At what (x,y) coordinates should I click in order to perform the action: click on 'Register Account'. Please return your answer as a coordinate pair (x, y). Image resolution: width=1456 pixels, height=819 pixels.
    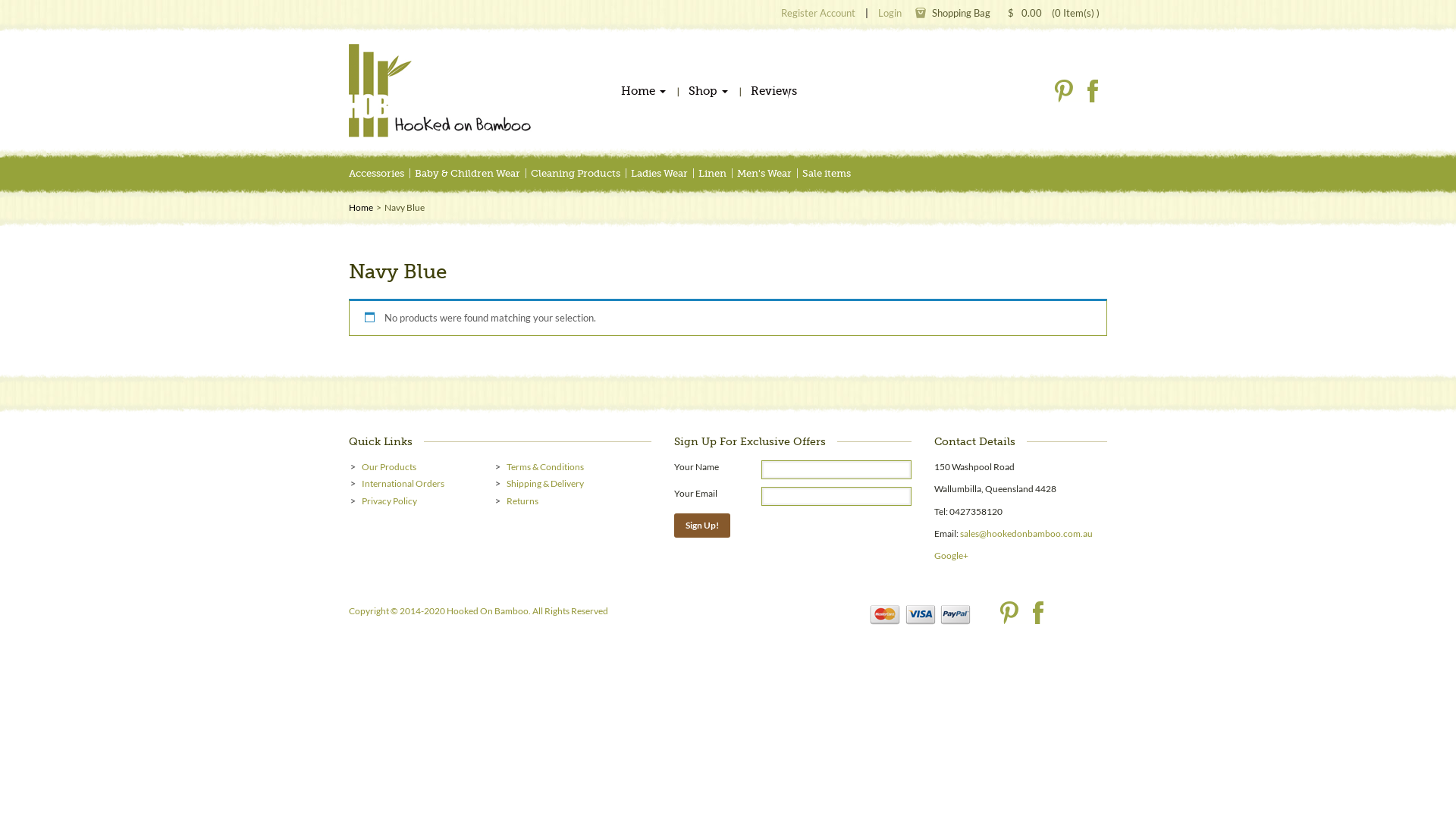
    Looking at the image, I should click on (817, 12).